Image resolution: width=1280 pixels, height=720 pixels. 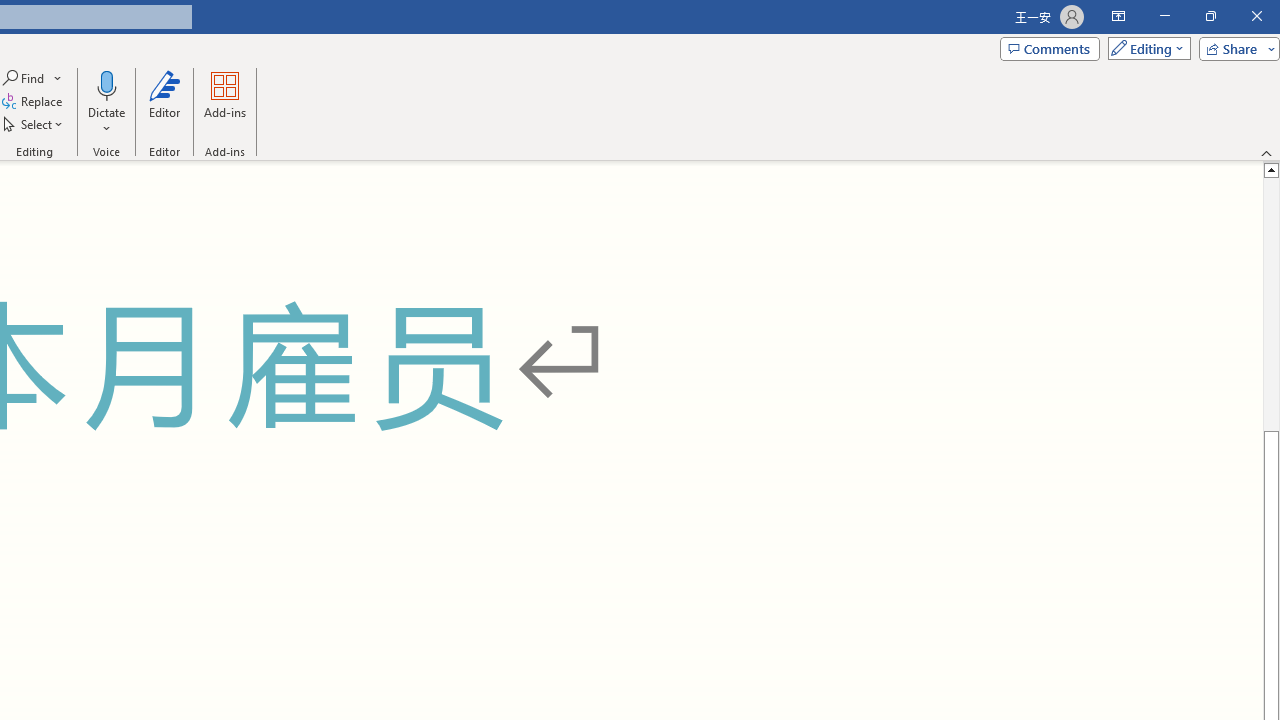 I want to click on 'Collapse the Ribbon', so click(x=1266, y=152).